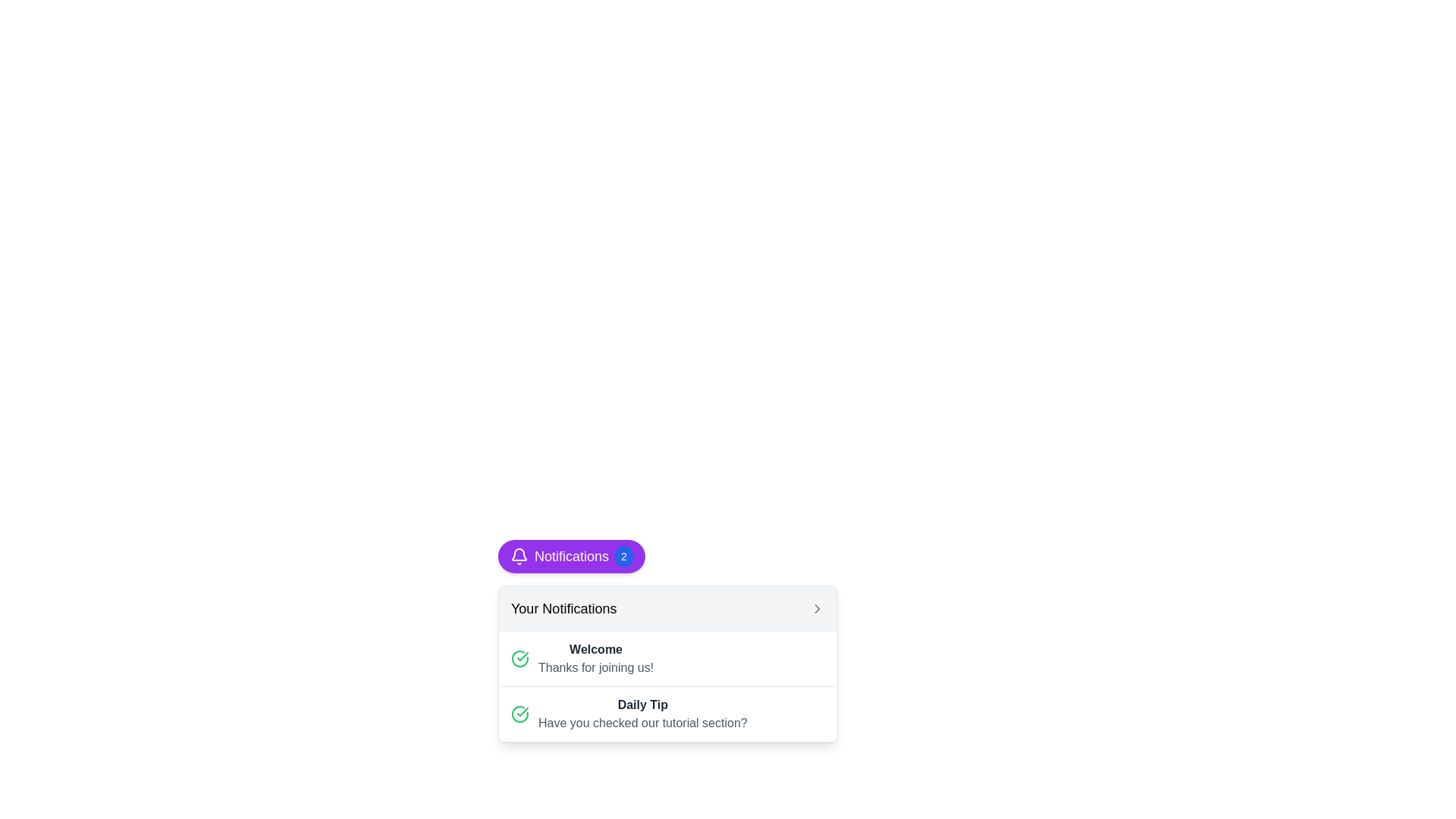  Describe the element at coordinates (817, 607) in the screenshot. I see `the chevron arrow located at the top-right edge of the notification card` at that location.